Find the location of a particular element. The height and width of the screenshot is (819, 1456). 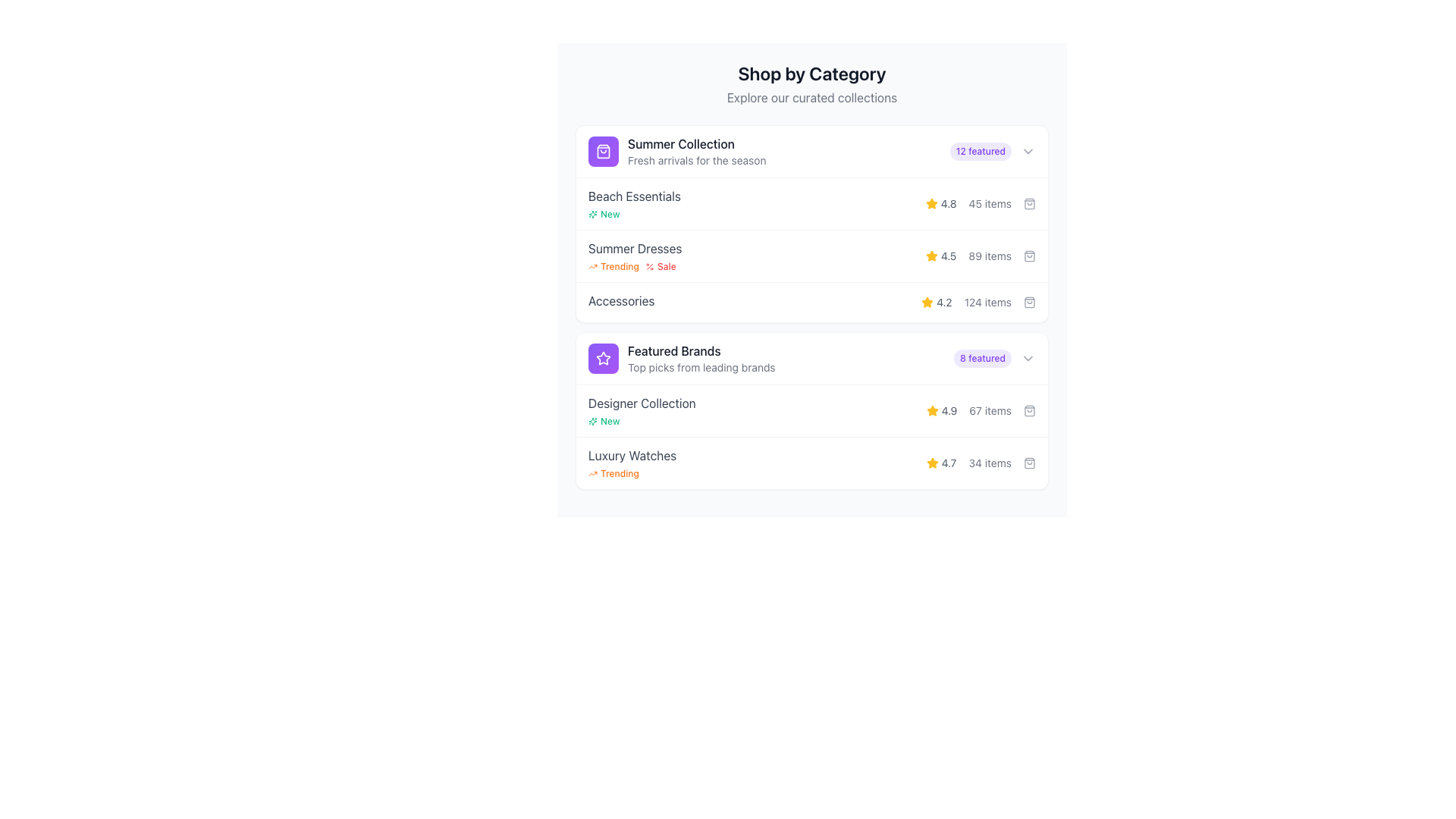

the first item in the list under 'Shop by Category' is located at coordinates (811, 152).